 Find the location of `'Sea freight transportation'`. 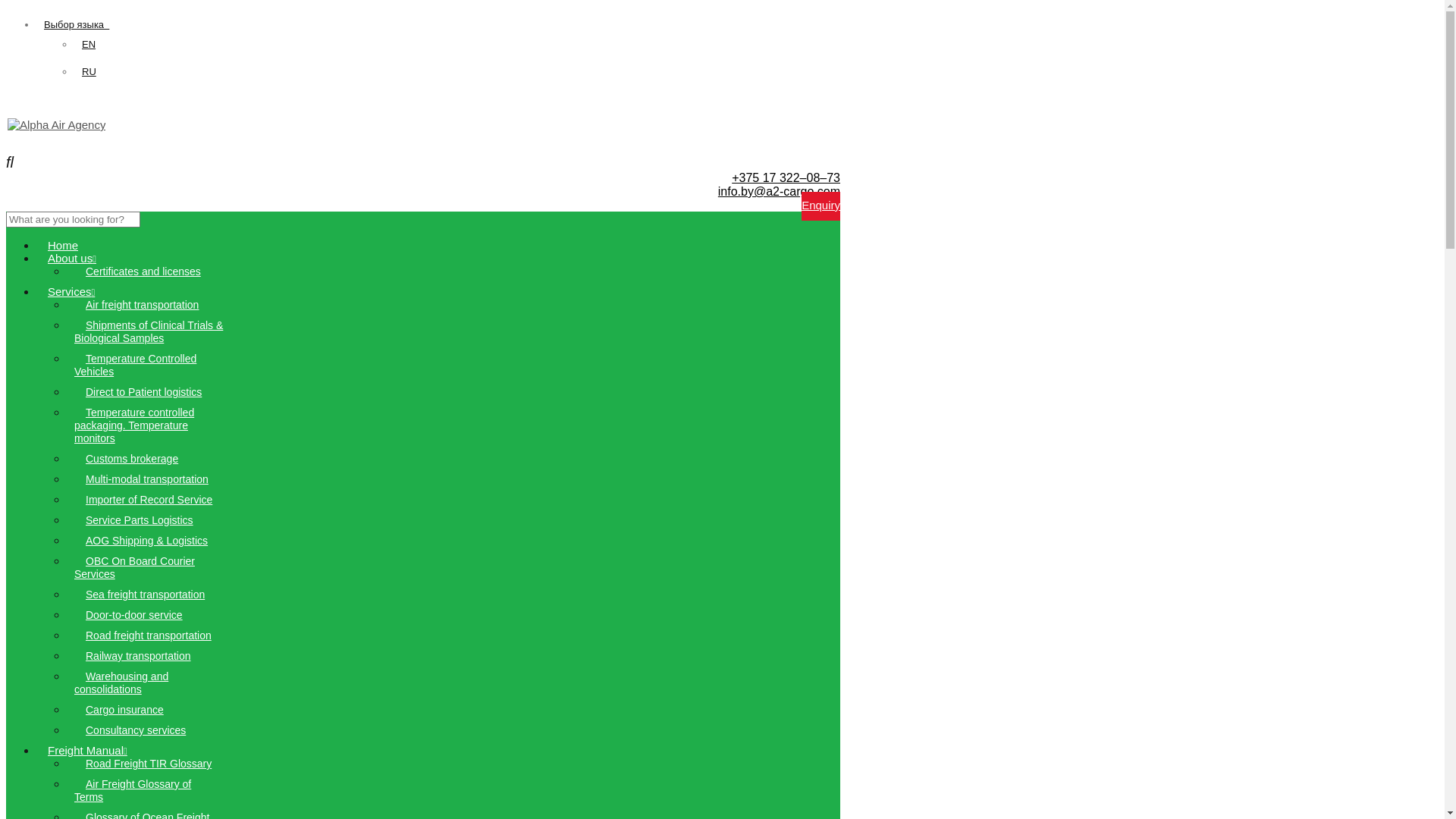

'Sea freight transportation' is located at coordinates (145, 593).